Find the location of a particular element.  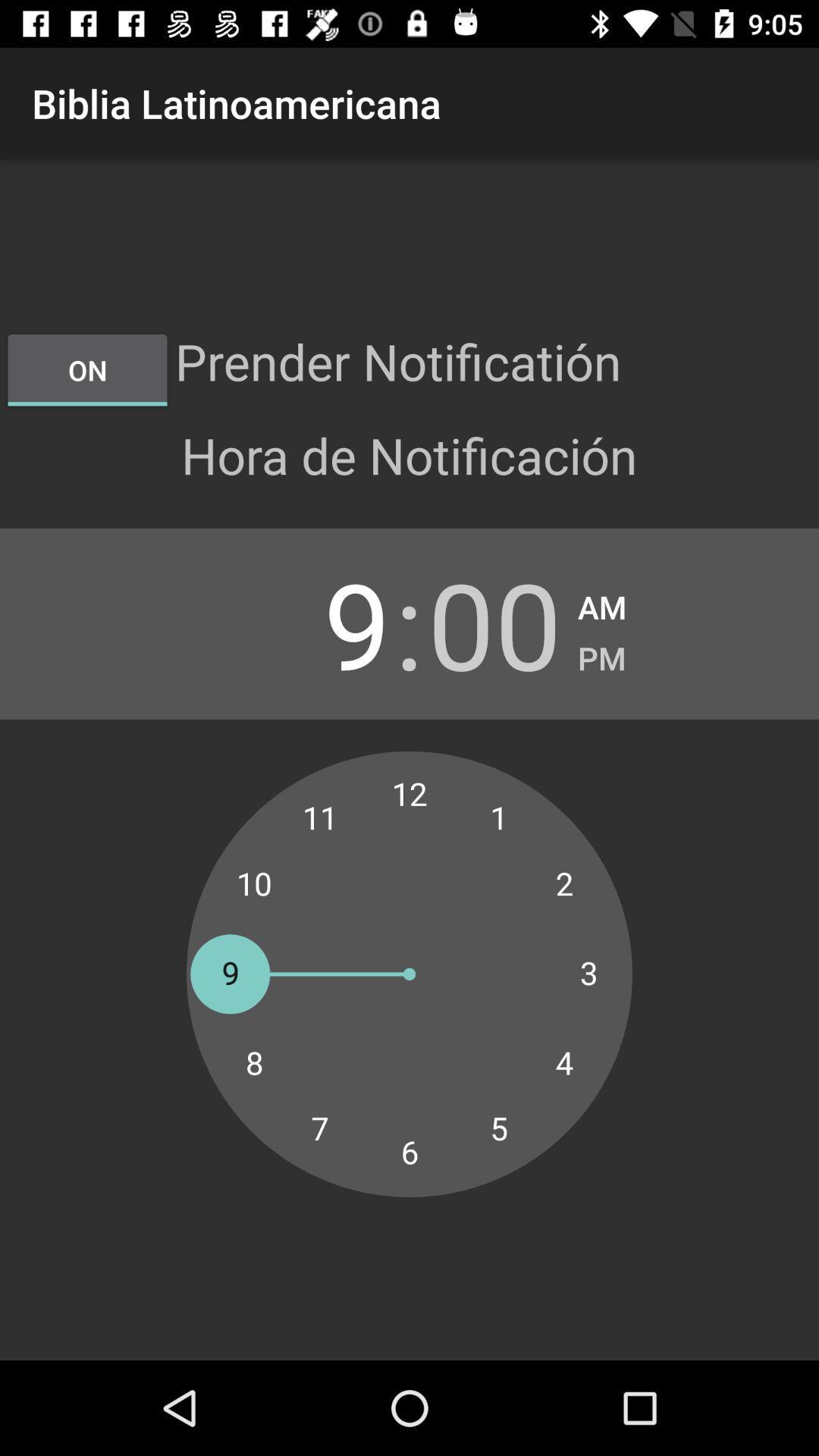

the item to the right of the 00 is located at coordinates (601, 602).